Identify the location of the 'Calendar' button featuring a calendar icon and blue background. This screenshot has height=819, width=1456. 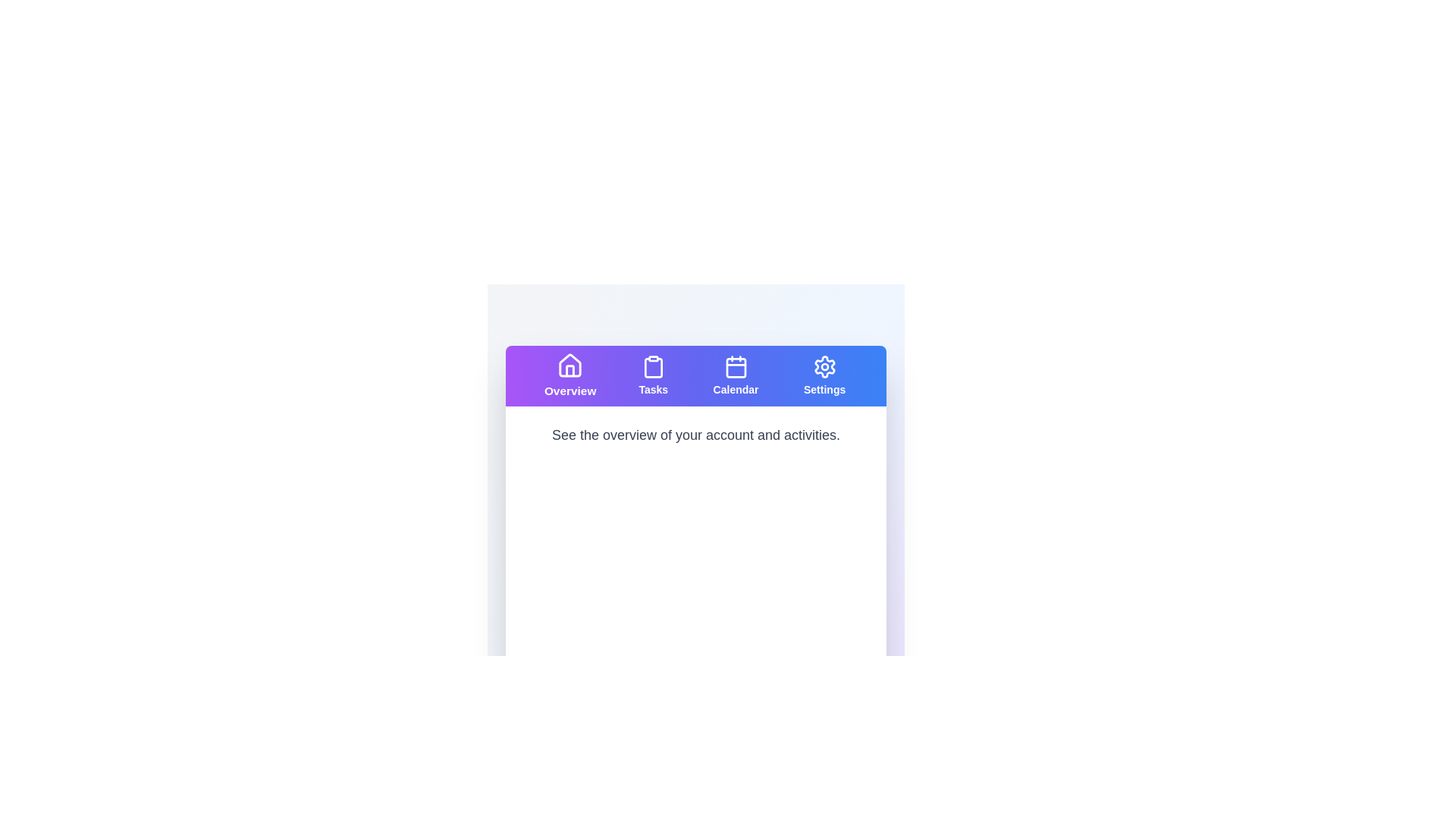
(736, 375).